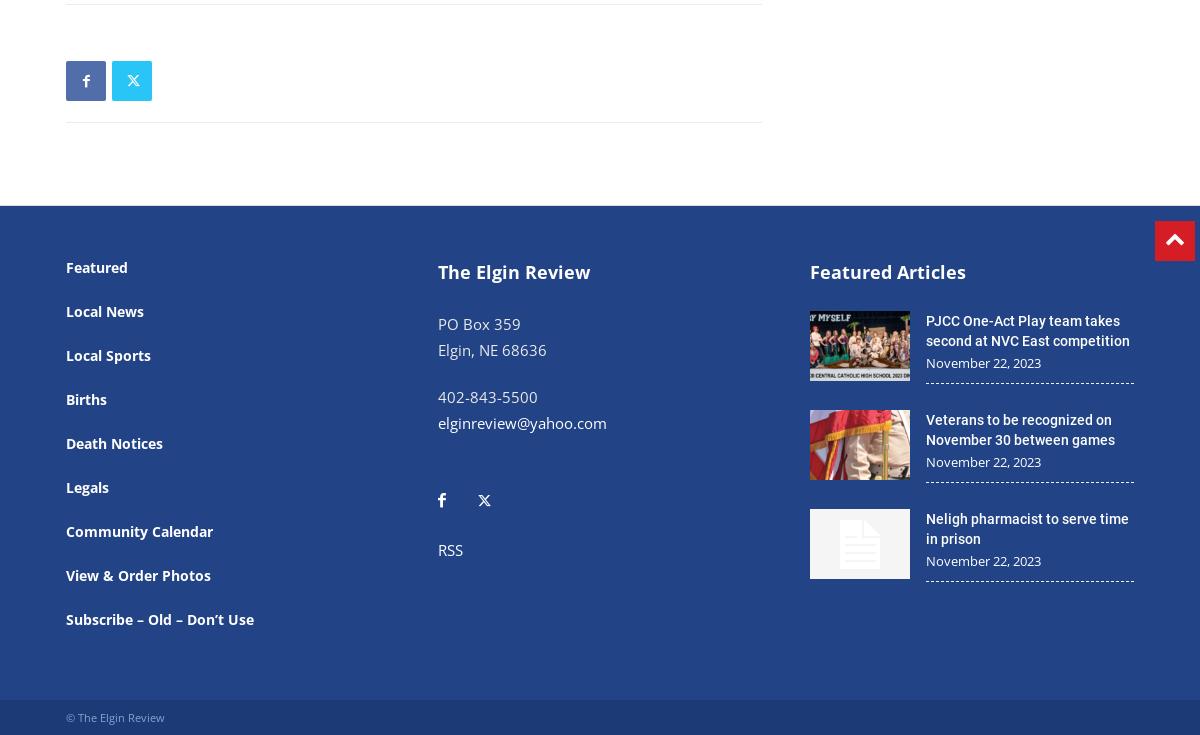  What do you see at coordinates (139, 530) in the screenshot?
I see `'Community Calendar'` at bounding box center [139, 530].